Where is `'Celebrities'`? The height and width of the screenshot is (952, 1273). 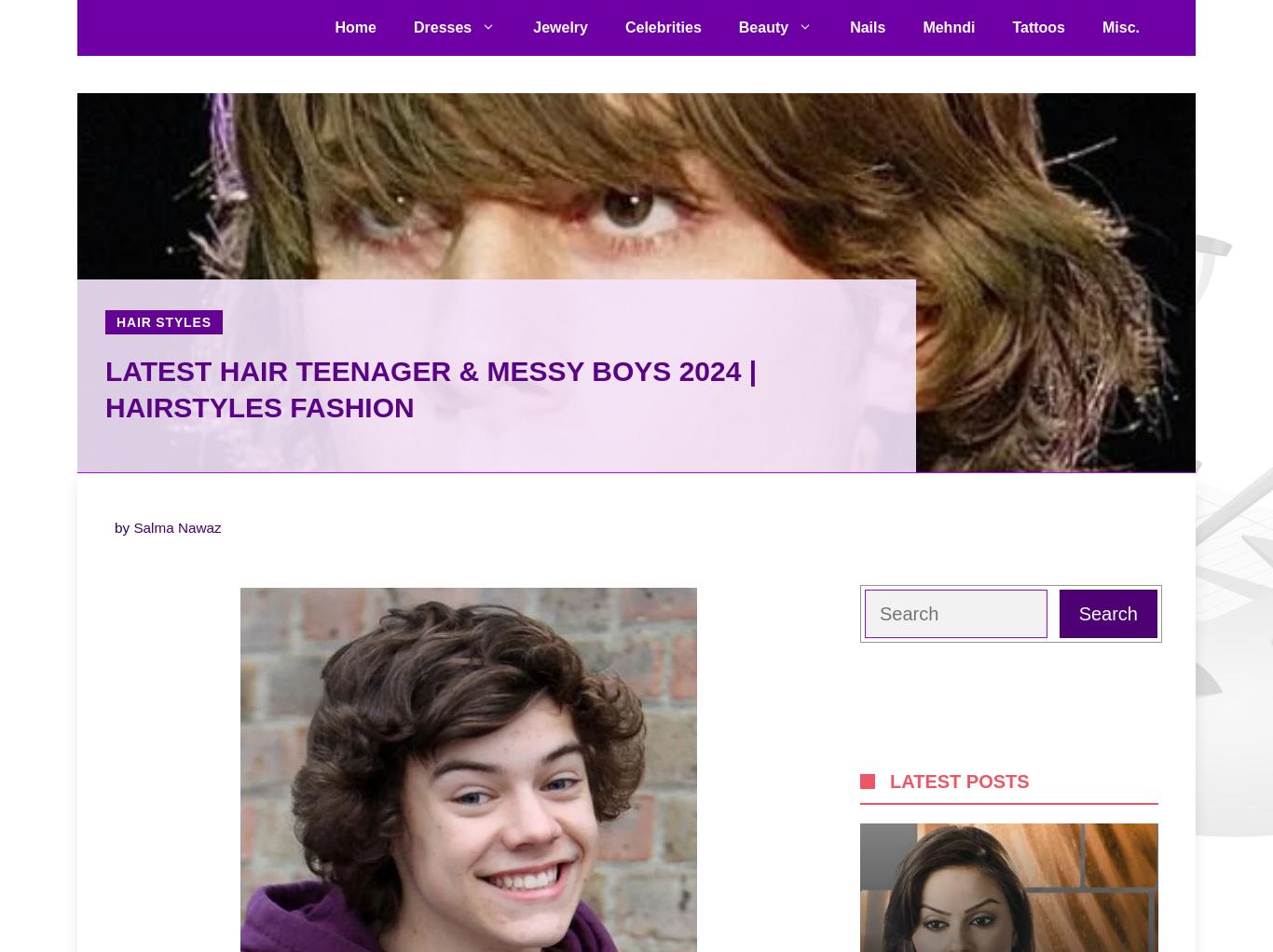 'Celebrities' is located at coordinates (663, 26).